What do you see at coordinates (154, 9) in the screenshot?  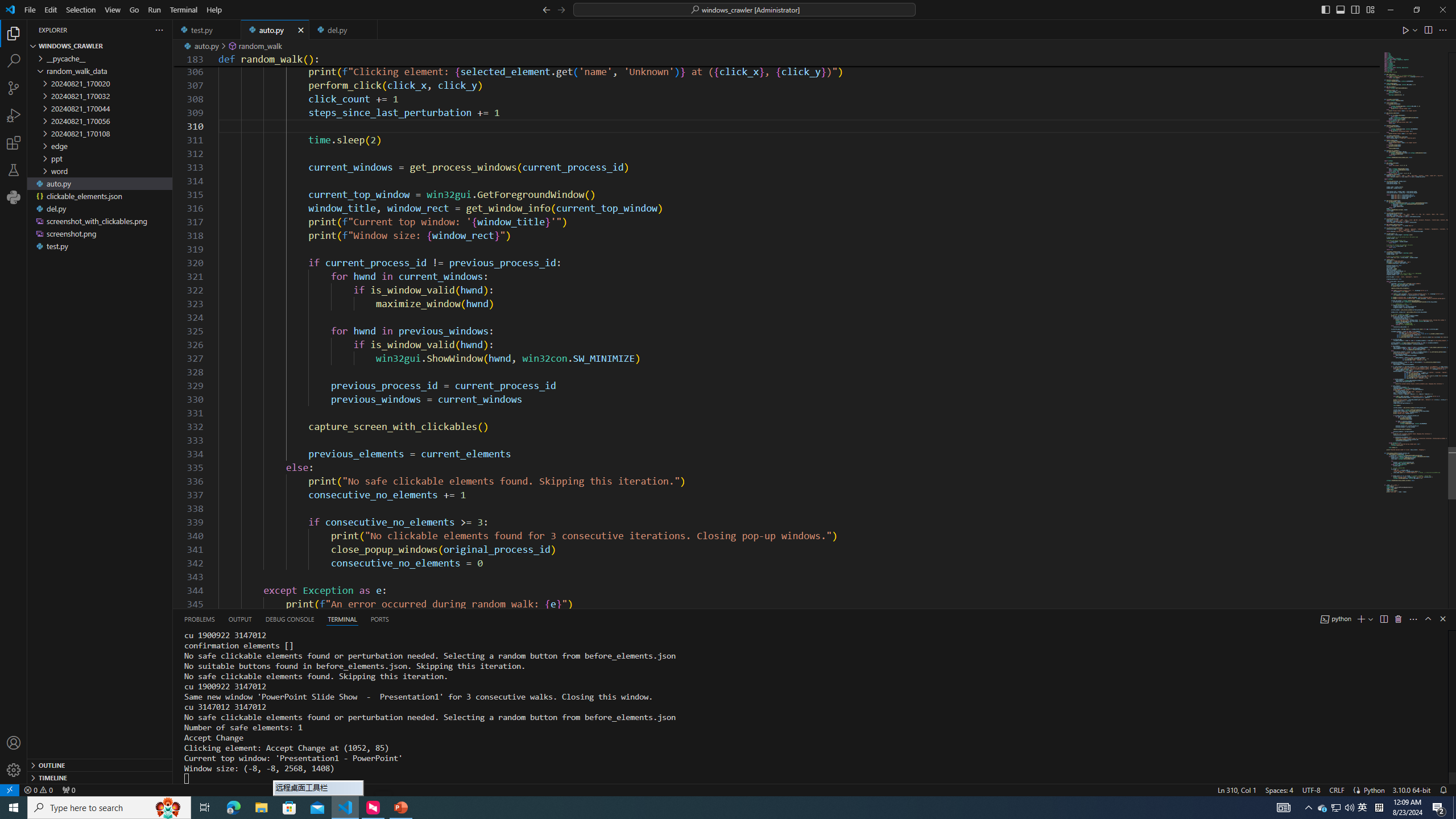 I see `'Run'` at bounding box center [154, 9].